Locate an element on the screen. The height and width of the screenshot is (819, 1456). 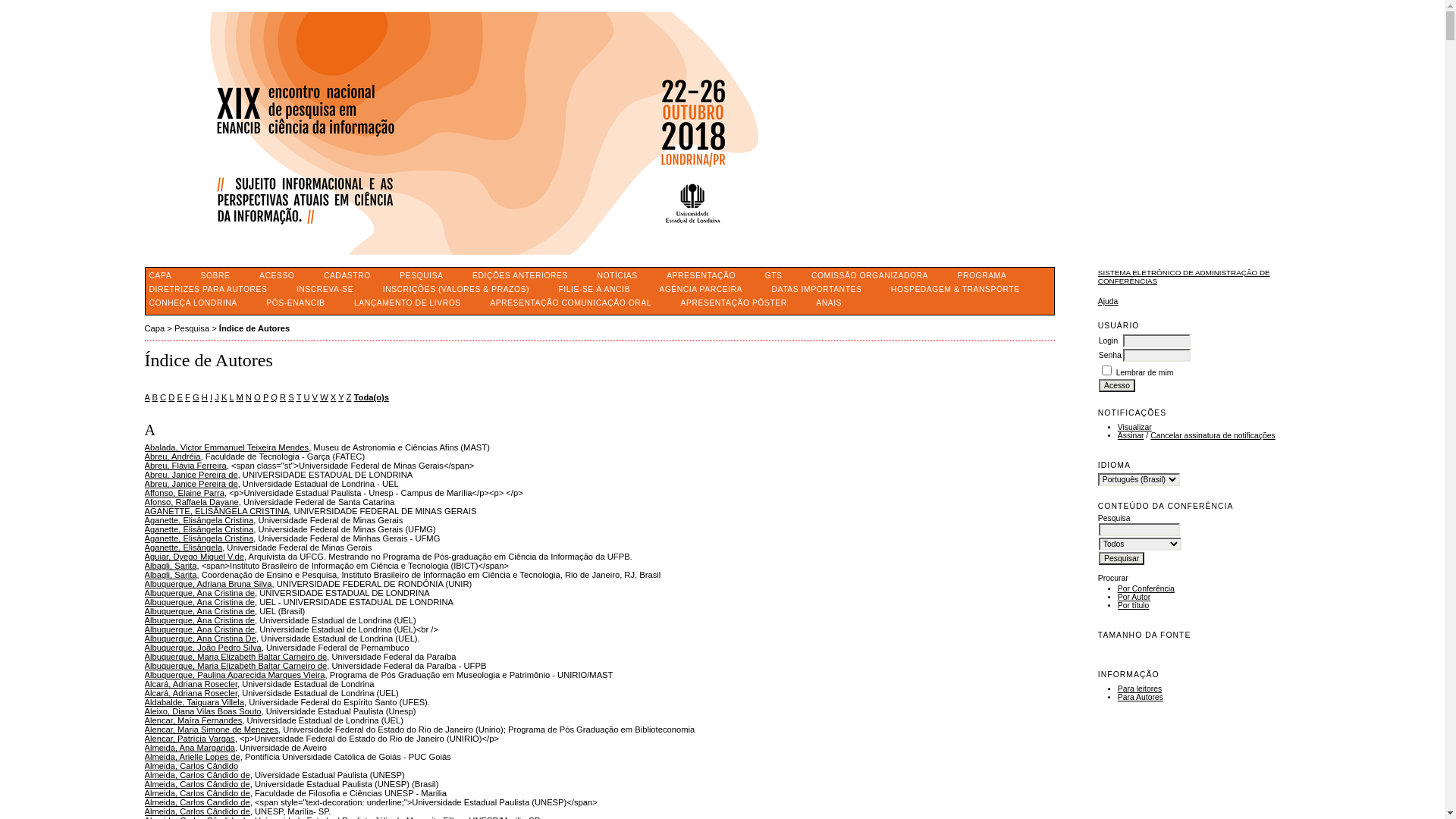
'Z' is located at coordinates (348, 397).